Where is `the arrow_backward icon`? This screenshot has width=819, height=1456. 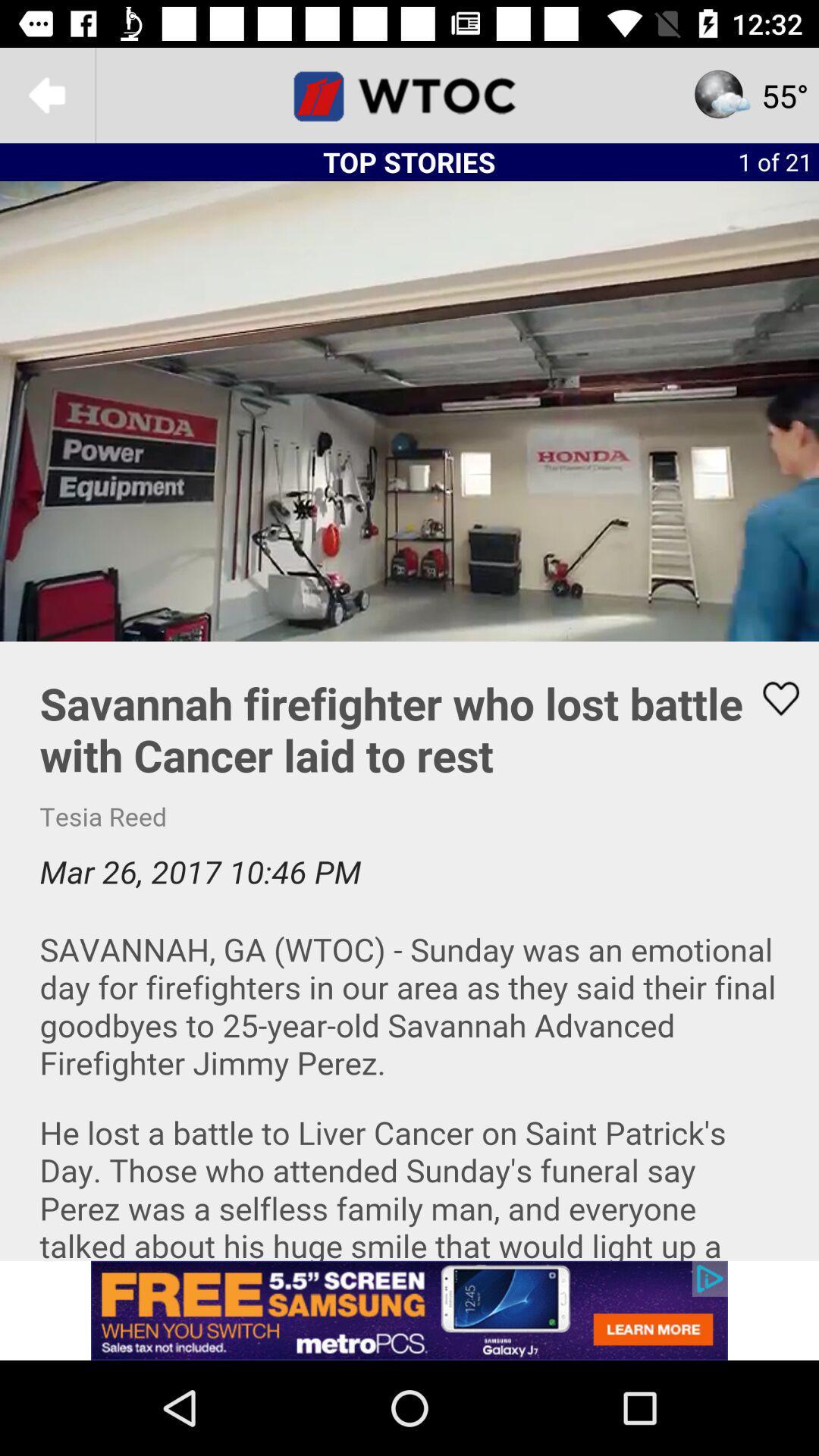
the arrow_backward icon is located at coordinates (46, 94).